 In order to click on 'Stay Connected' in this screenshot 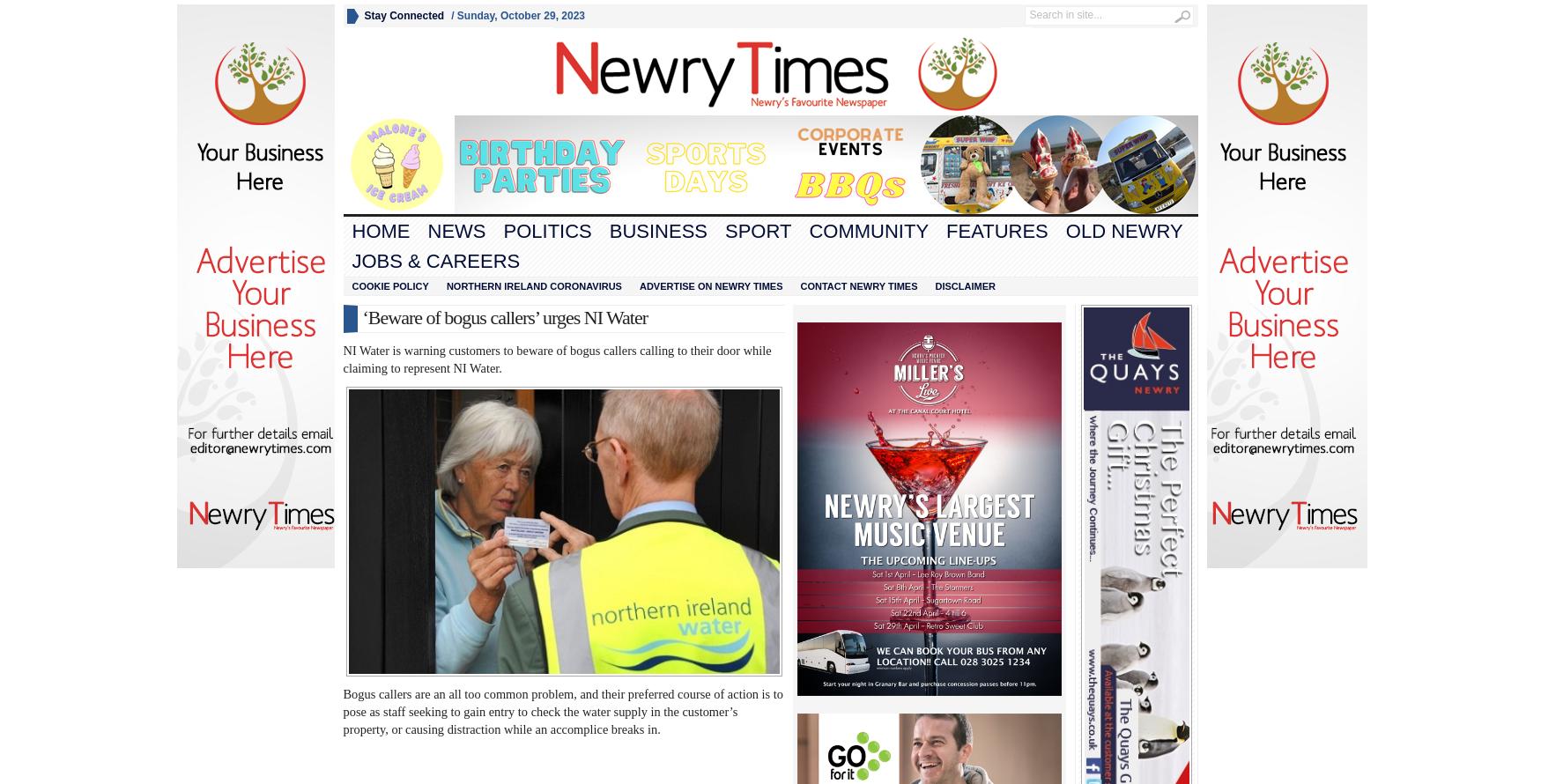, I will do `click(403, 15)`.